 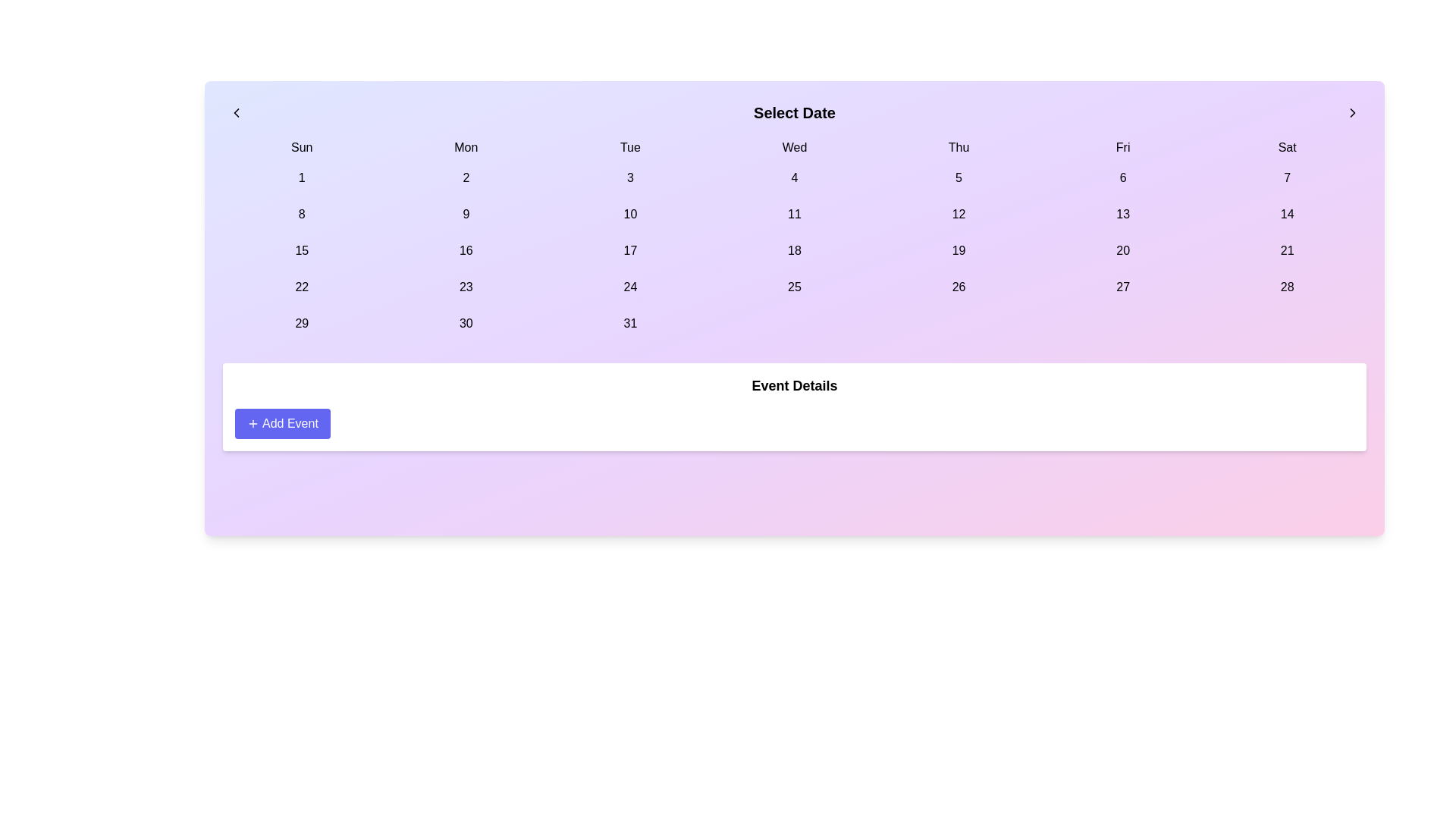 What do you see at coordinates (302, 214) in the screenshot?
I see `the date selection button representing the date '8' in the calendar, located in the second row, first column under 'Sun'` at bounding box center [302, 214].